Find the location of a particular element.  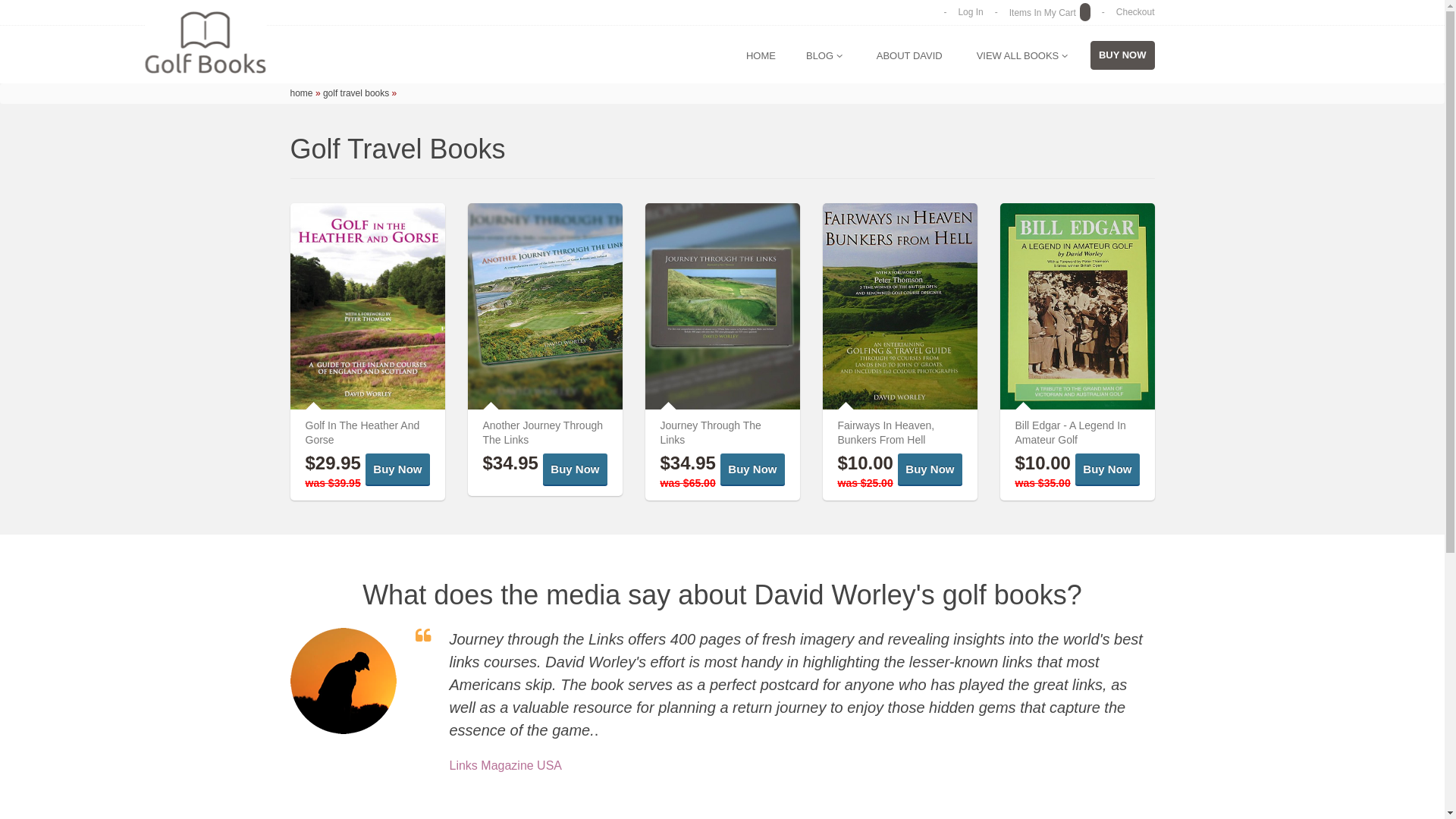

'Code fwinheav' is located at coordinates (899, 306).